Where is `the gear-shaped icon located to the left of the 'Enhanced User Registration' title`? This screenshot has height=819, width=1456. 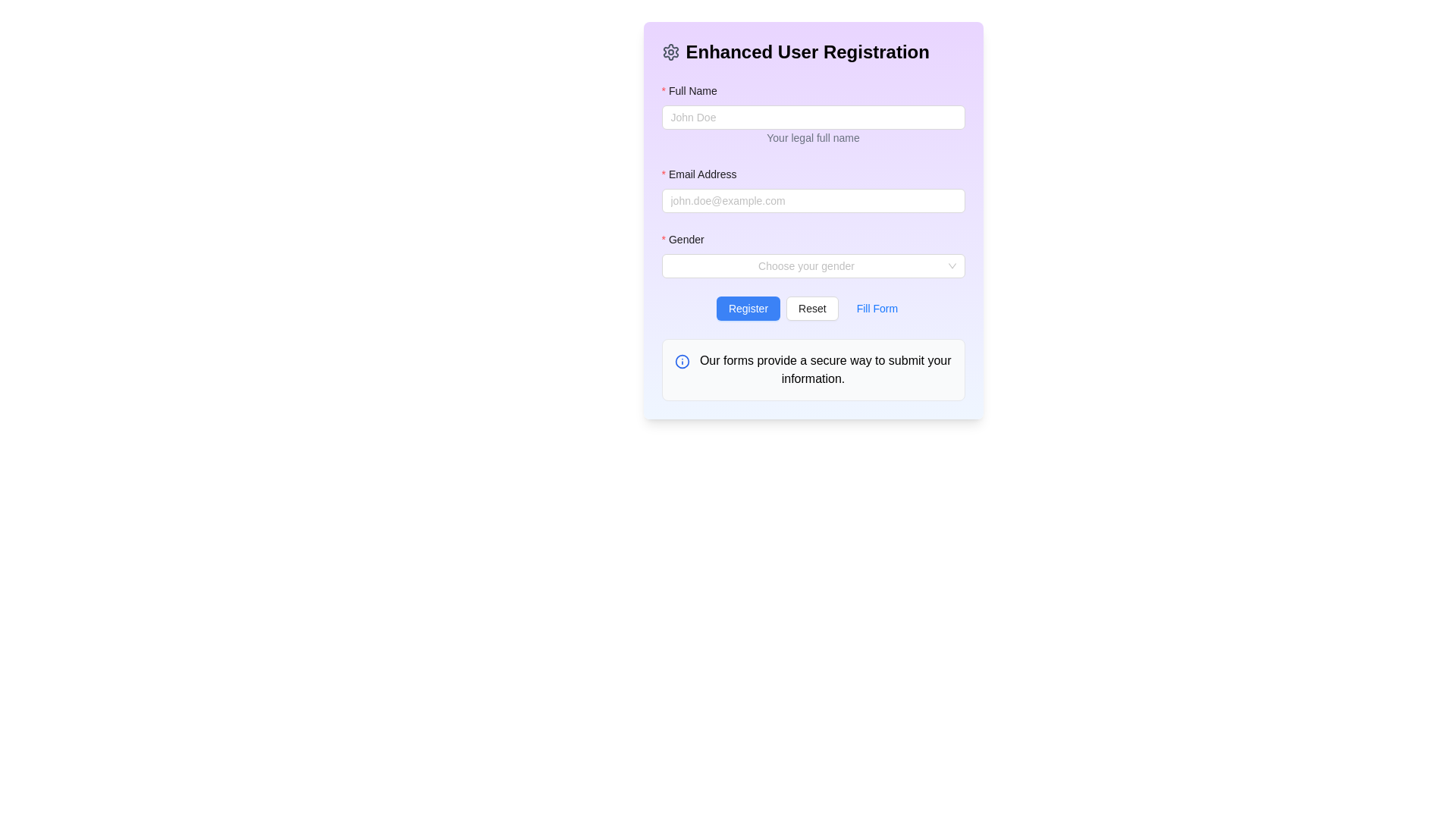 the gear-shaped icon located to the left of the 'Enhanced User Registration' title is located at coordinates (670, 52).